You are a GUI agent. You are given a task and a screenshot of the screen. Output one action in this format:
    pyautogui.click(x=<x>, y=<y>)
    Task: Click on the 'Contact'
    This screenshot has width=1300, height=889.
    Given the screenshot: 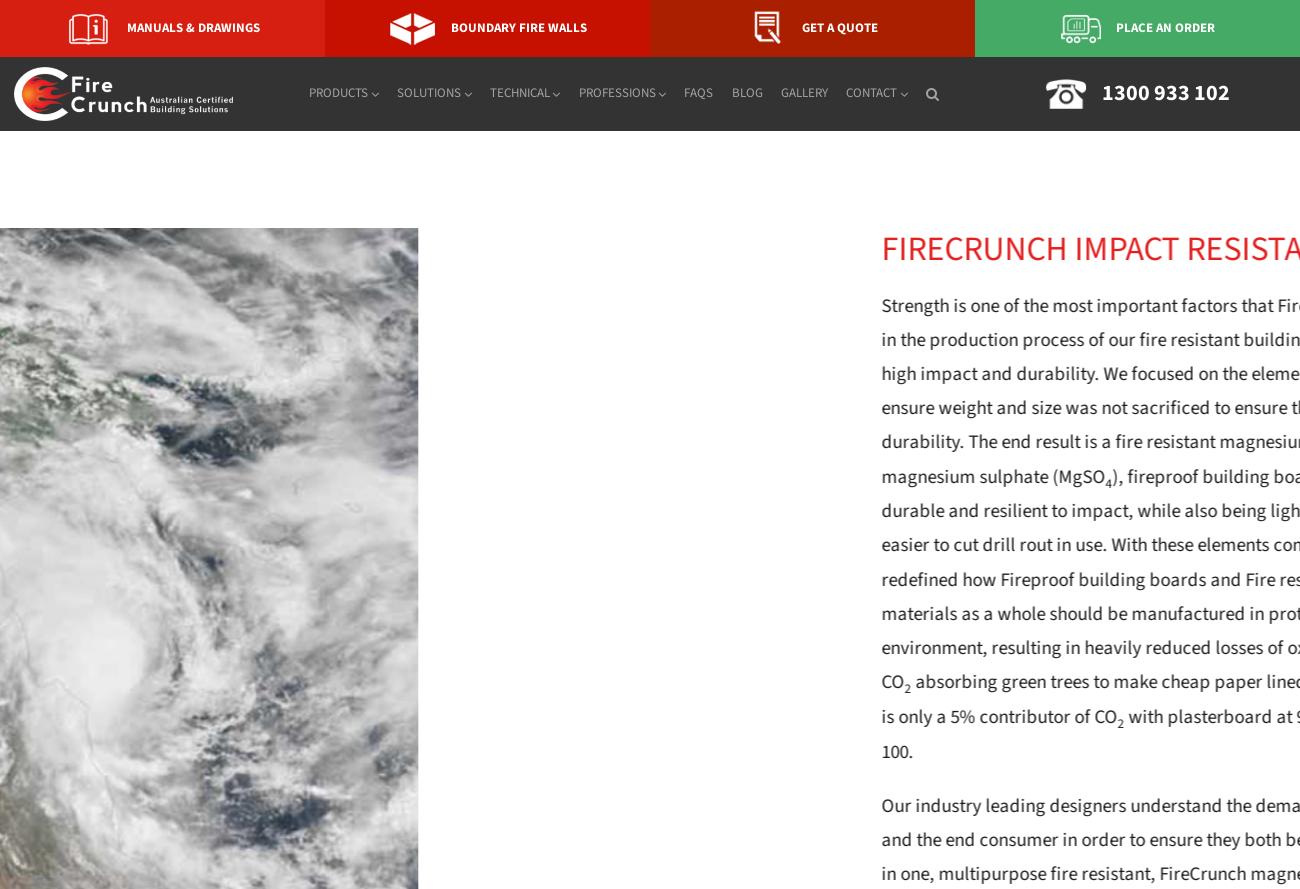 What is the action you would take?
    pyautogui.click(x=870, y=91)
    